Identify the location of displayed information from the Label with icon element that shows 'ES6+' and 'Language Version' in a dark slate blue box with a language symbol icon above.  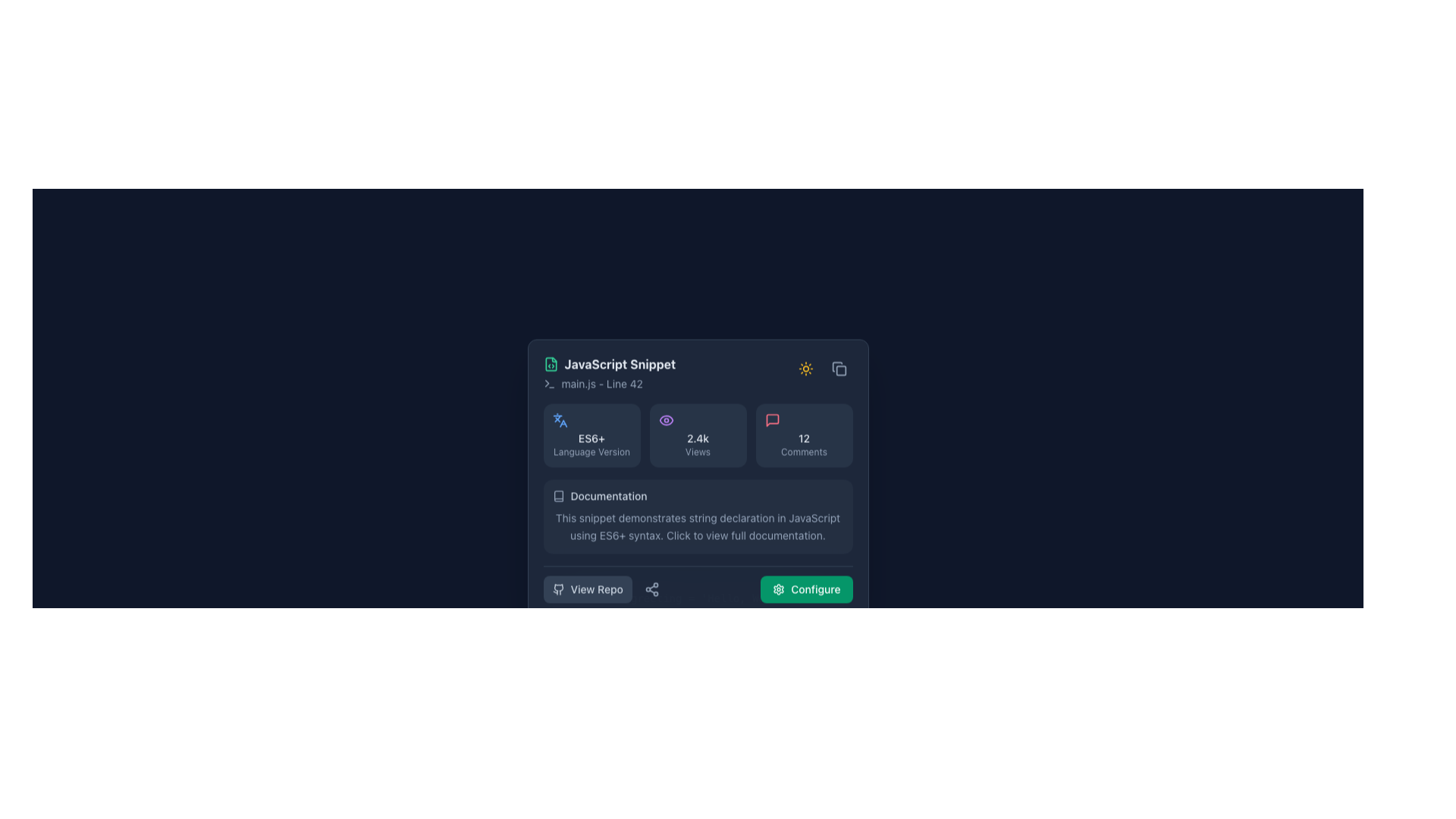
(591, 435).